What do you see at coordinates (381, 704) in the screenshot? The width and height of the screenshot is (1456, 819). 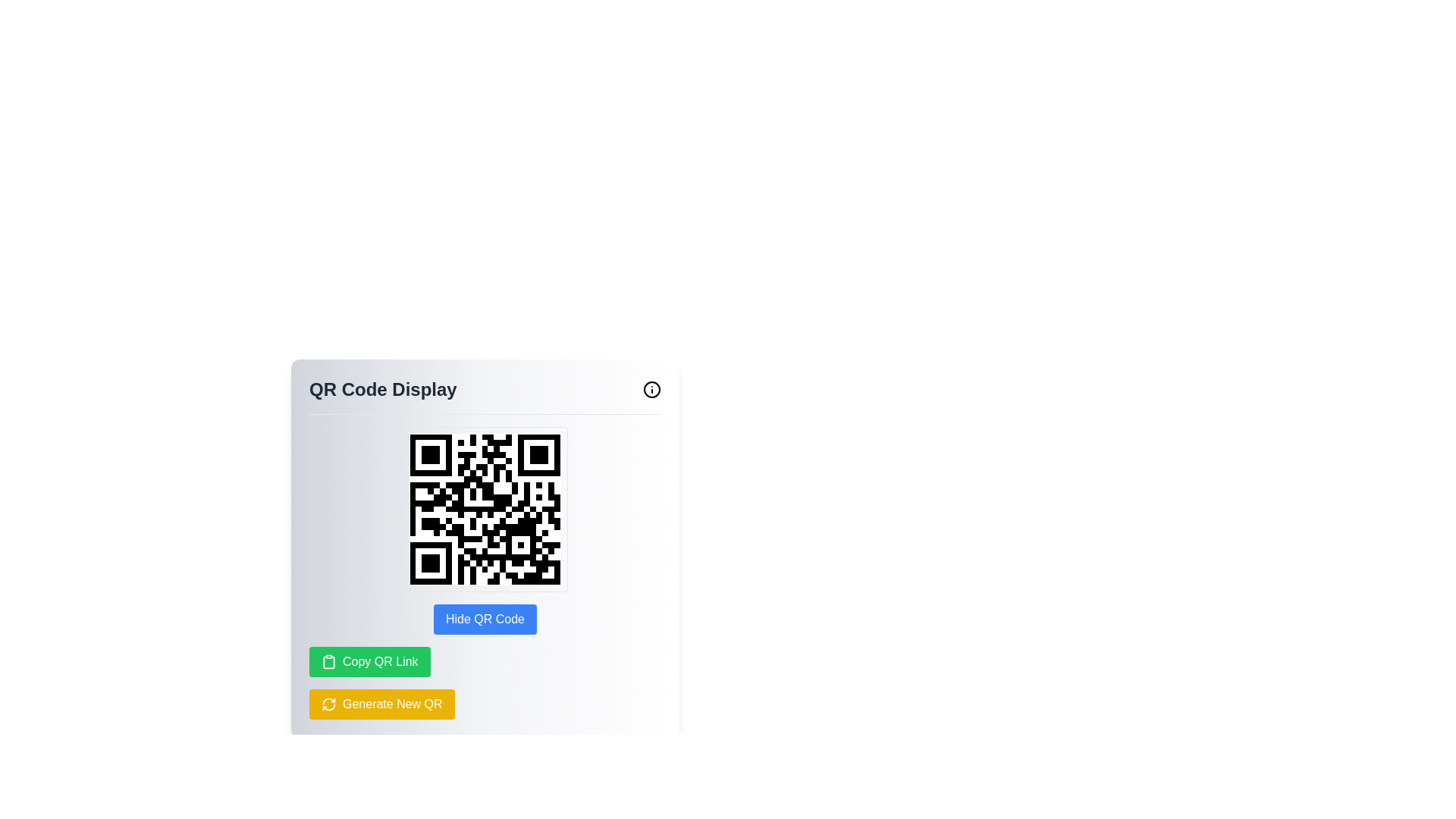 I see `the 'Generate New QR Code' button located at the bottom of the 'QR Code Display' section to observe the visual hover effect` at bounding box center [381, 704].